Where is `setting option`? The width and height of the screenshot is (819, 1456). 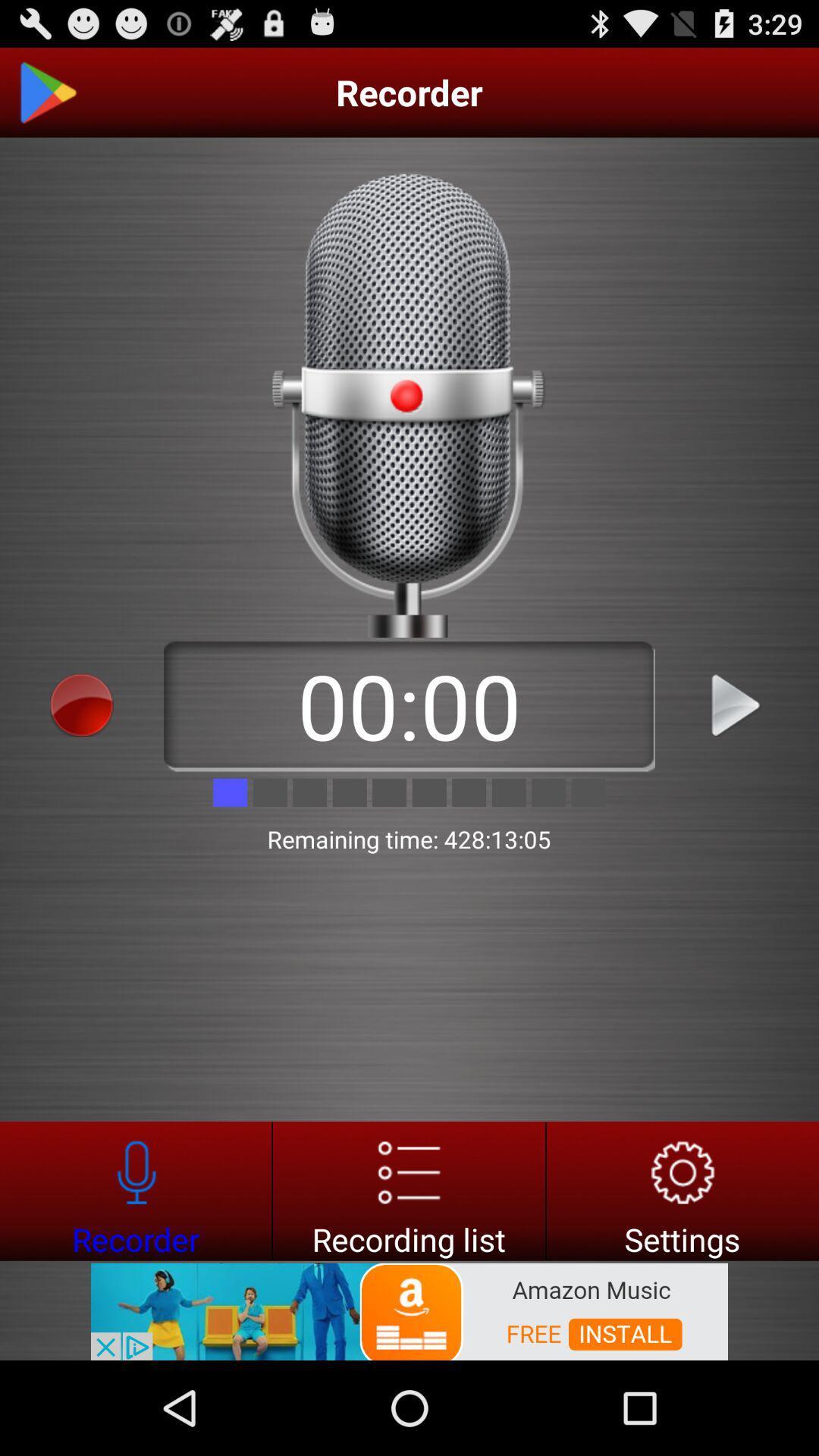 setting option is located at coordinates (682, 1190).